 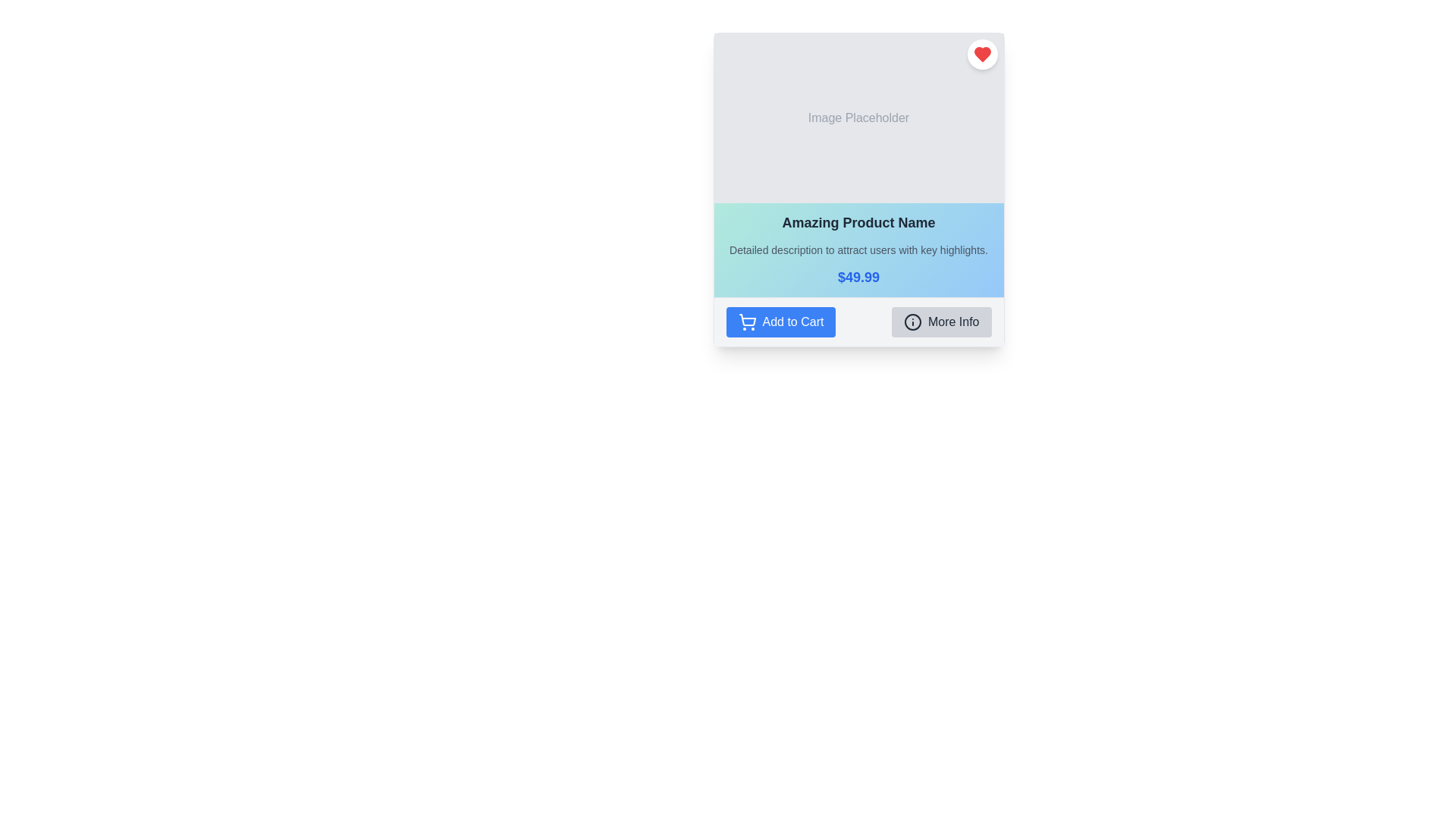 I want to click on the 'More Info' icon located to the left of the button label, which indicates additional information availability, so click(x=912, y=321).